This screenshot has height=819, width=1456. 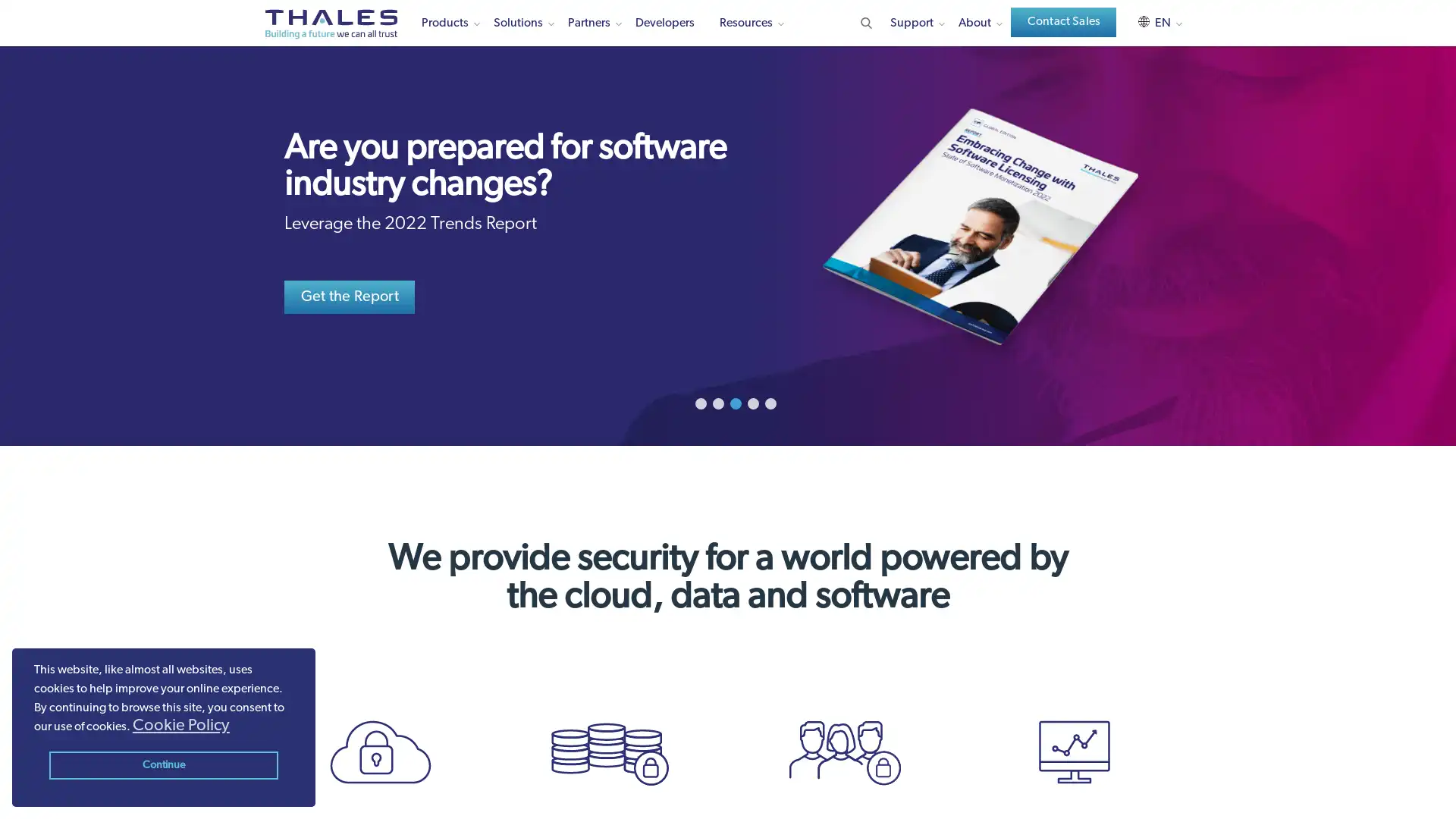 What do you see at coordinates (770, 403) in the screenshot?
I see `5` at bounding box center [770, 403].